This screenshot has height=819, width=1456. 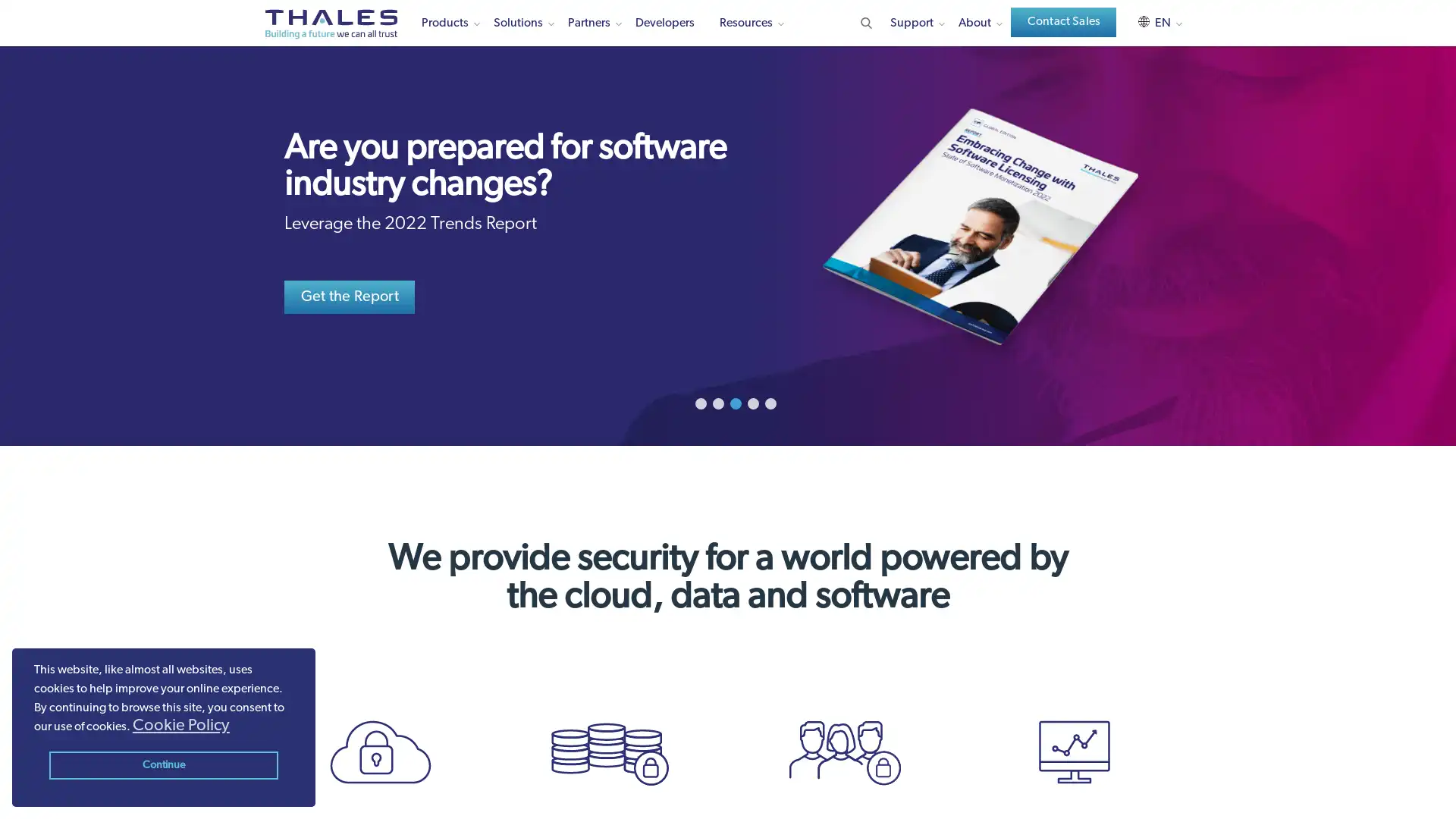 What do you see at coordinates (770, 403) in the screenshot?
I see `5` at bounding box center [770, 403].